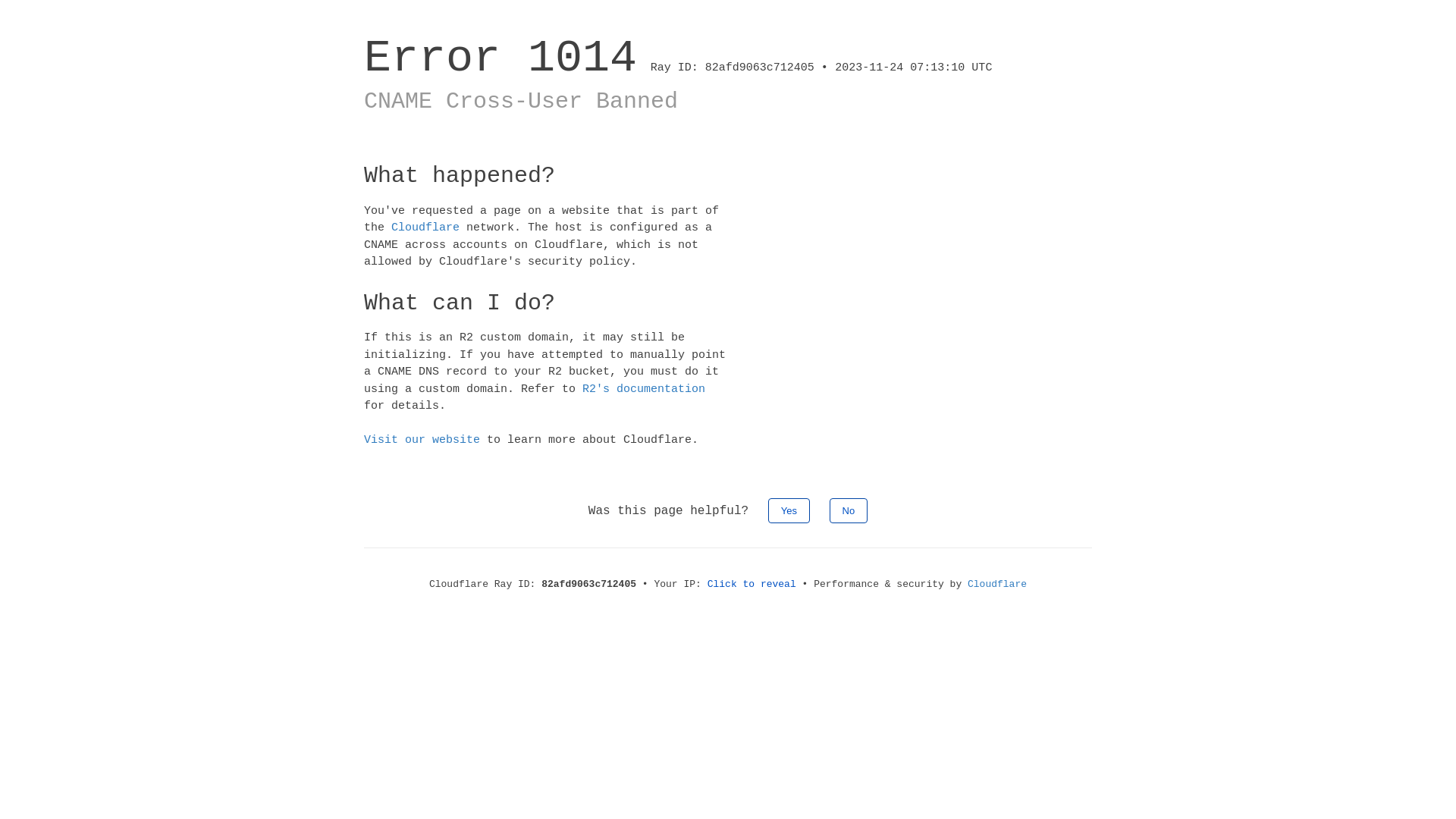 Image resolution: width=1456 pixels, height=819 pixels. I want to click on 'Click to reveal', so click(706, 582).